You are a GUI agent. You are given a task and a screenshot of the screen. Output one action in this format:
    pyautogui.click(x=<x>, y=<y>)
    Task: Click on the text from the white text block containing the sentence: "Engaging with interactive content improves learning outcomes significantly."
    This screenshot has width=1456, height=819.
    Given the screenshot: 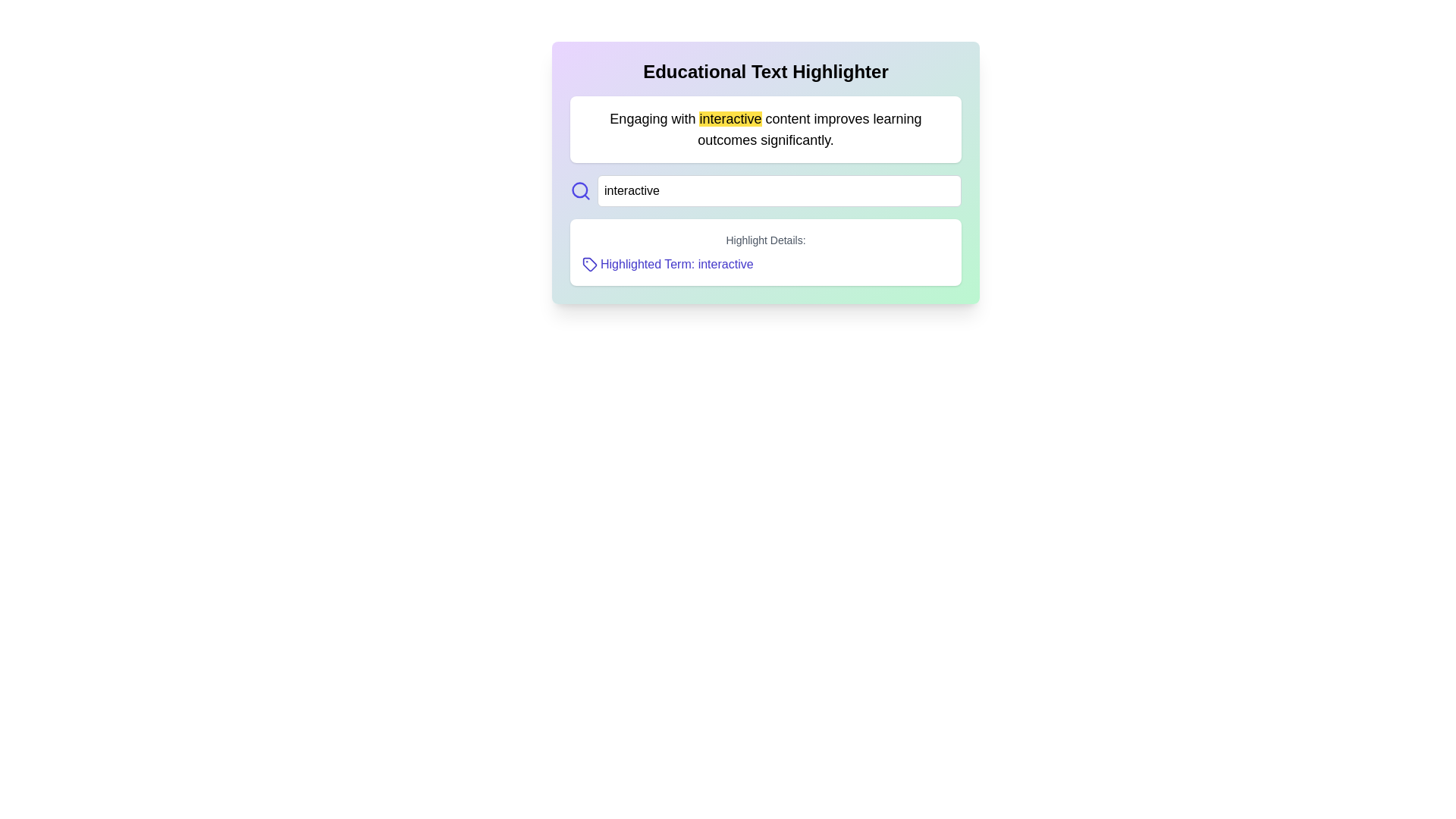 What is the action you would take?
    pyautogui.click(x=765, y=128)
    